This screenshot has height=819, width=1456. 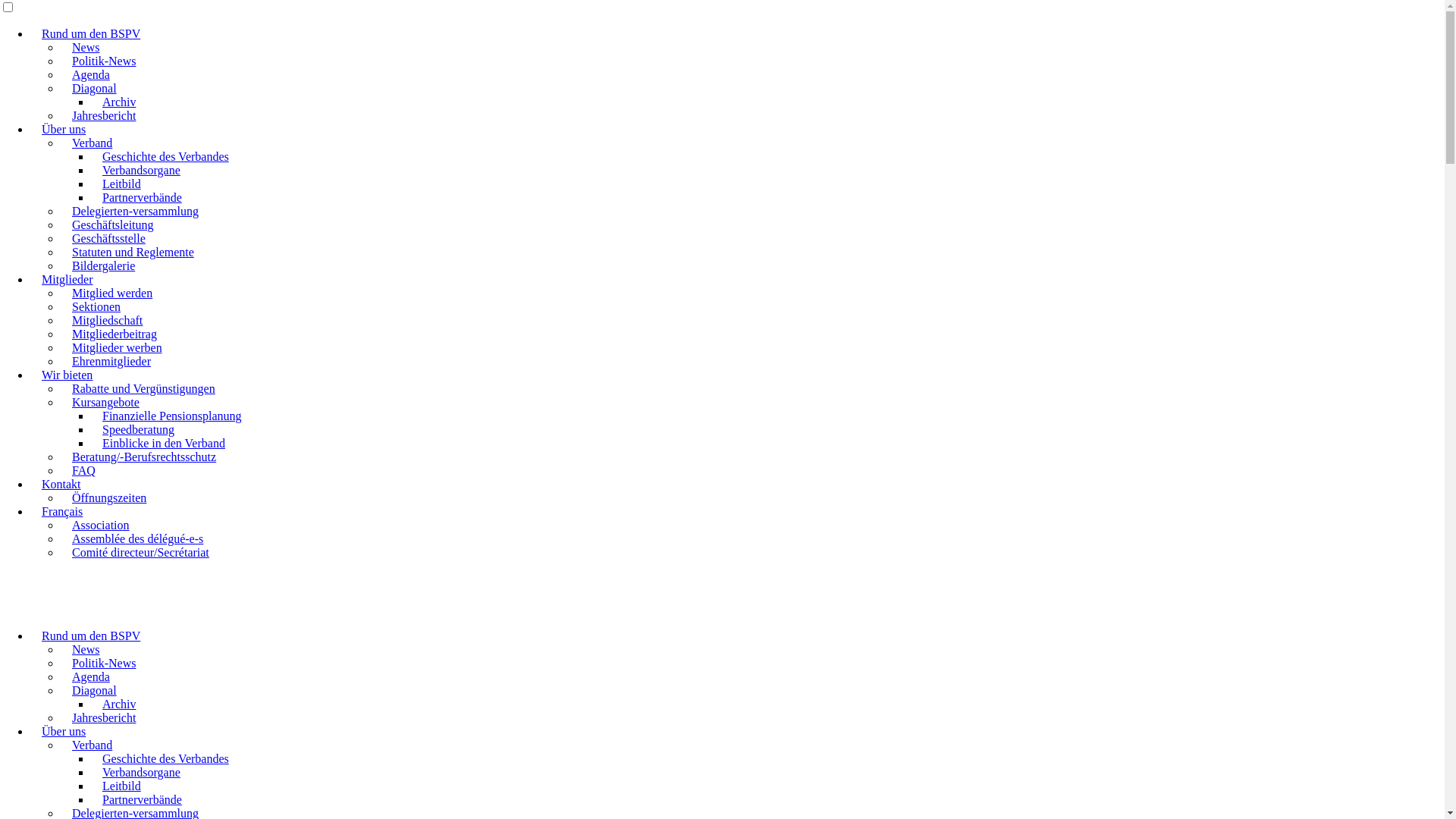 I want to click on 'Diagonal', so click(x=93, y=690).